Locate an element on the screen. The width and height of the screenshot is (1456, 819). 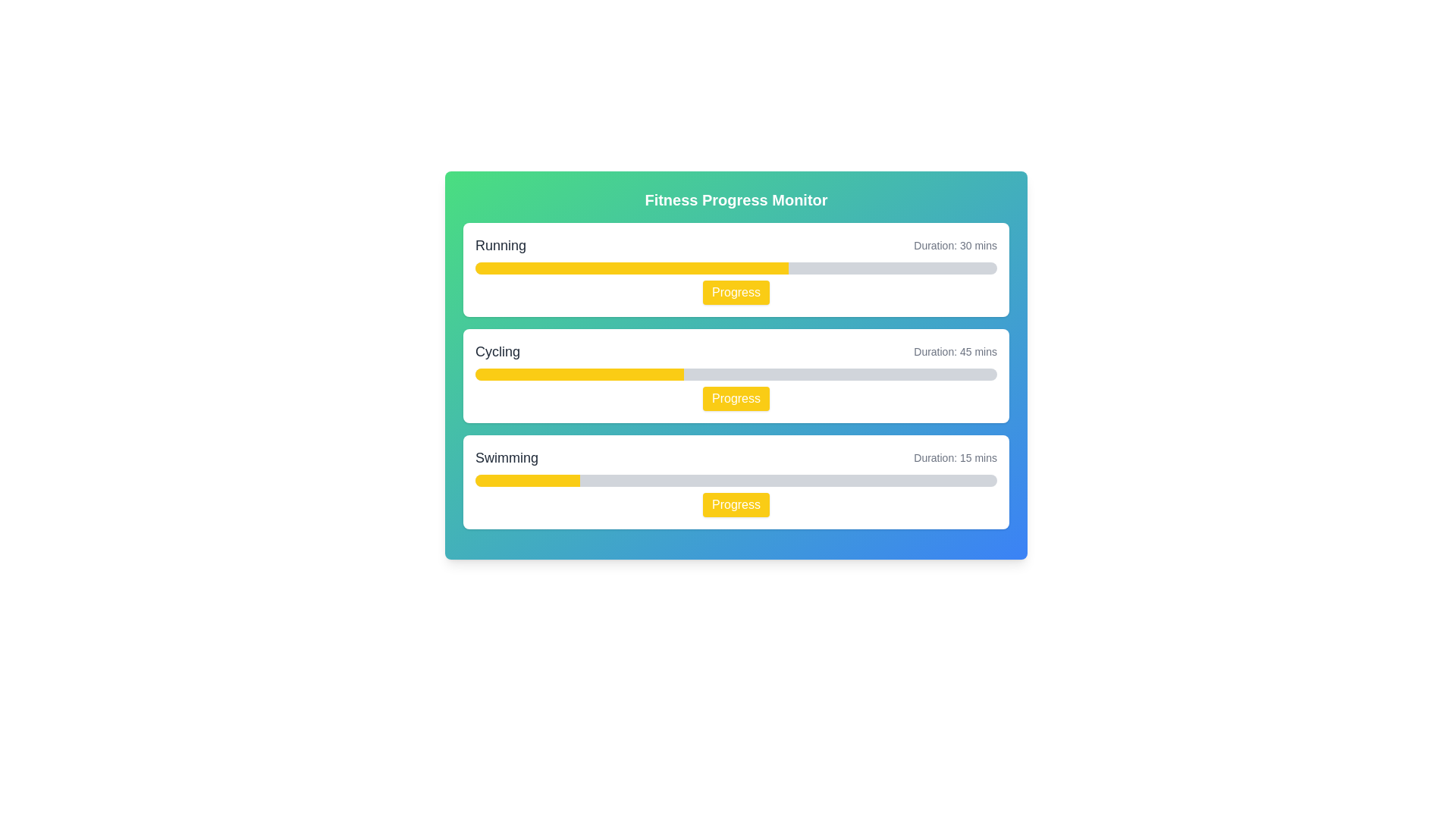
text label that identifies the activity as 'Swimming', located in the upper-left corner of the third card in a vertical sequence is located at coordinates (507, 457).